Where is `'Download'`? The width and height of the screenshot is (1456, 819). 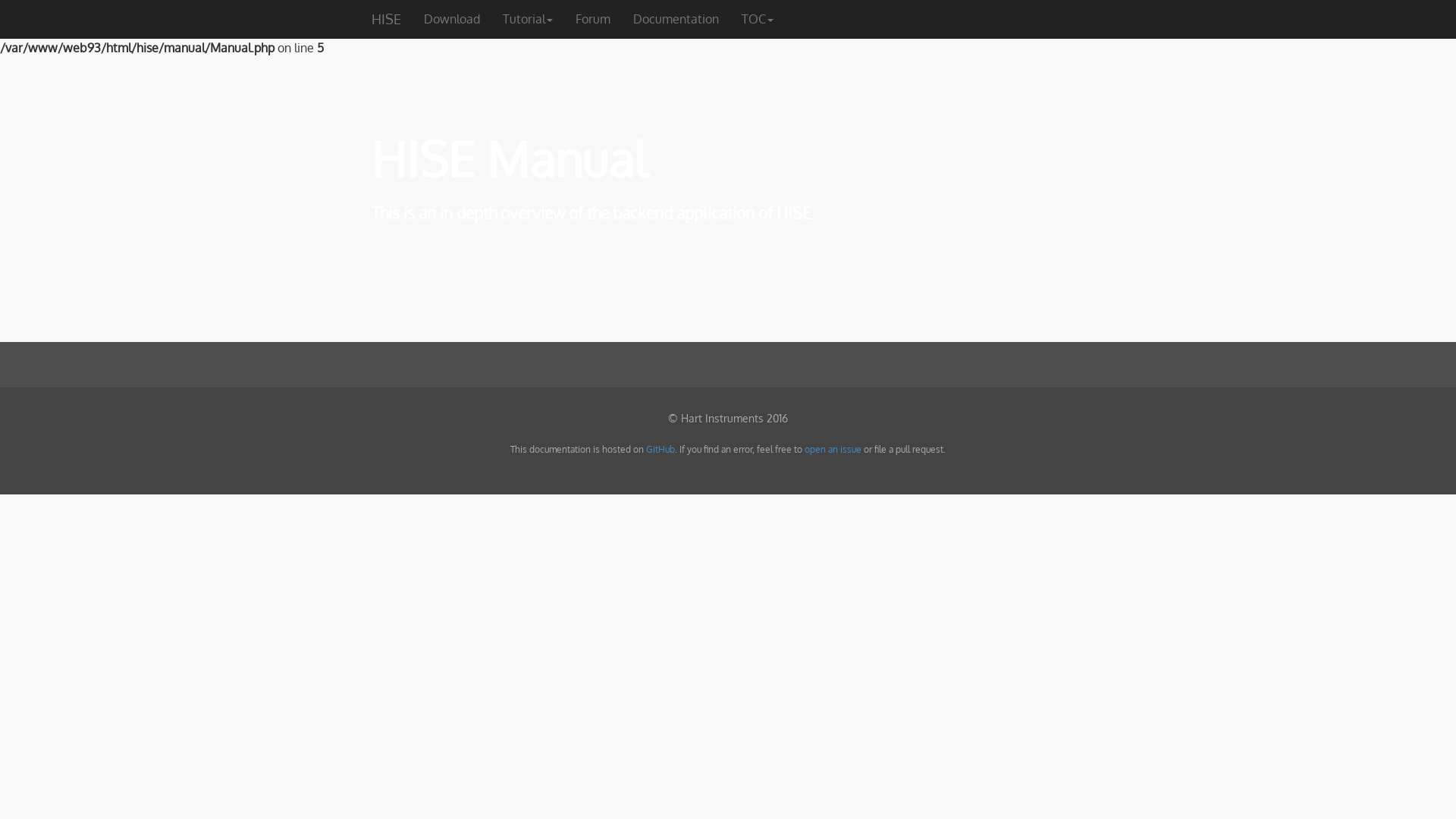 'Download' is located at coordinates (450, 18).